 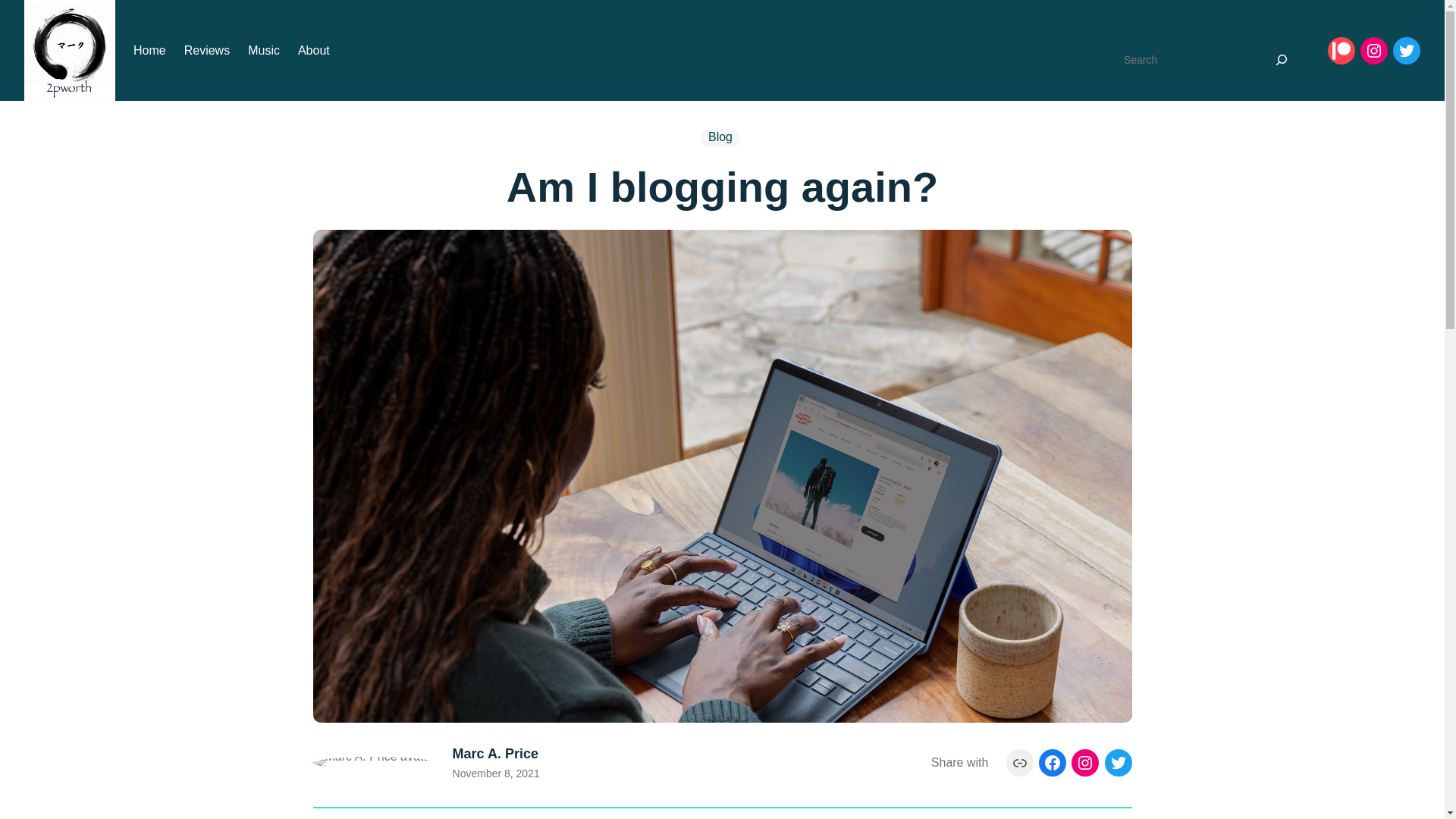 What do you see at coordinates (264, 49) in the screenshot?
I see `'Music'` at bounding box center [264, 49].